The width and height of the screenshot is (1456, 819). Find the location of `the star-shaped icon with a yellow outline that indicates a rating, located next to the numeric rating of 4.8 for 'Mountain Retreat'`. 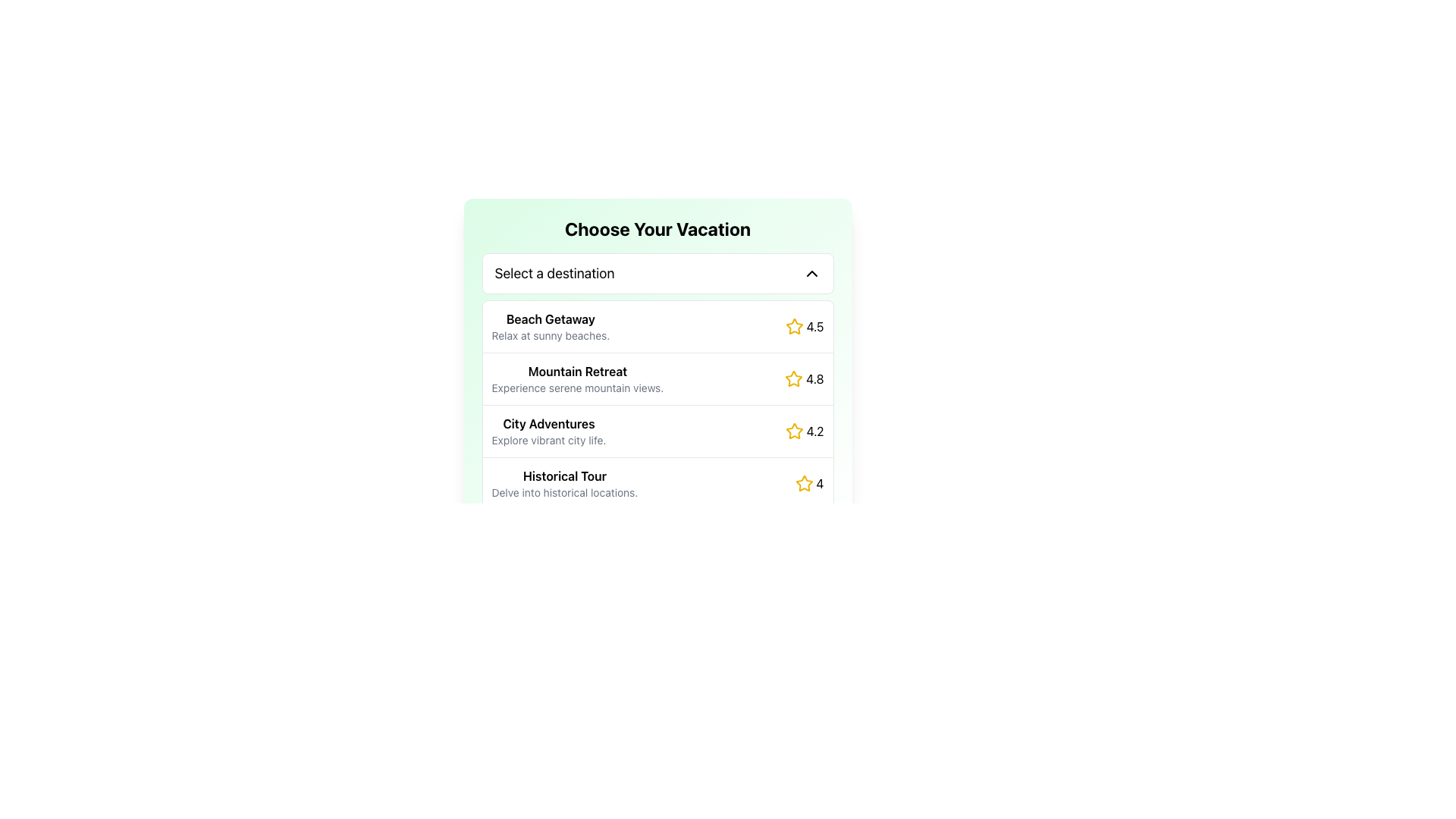

the star-shaped icon with a yellow outline that indicates a rating, located next to the numeric rating of 4.8 for 'Mountain Retreat' is located at coordinates (793, 378).